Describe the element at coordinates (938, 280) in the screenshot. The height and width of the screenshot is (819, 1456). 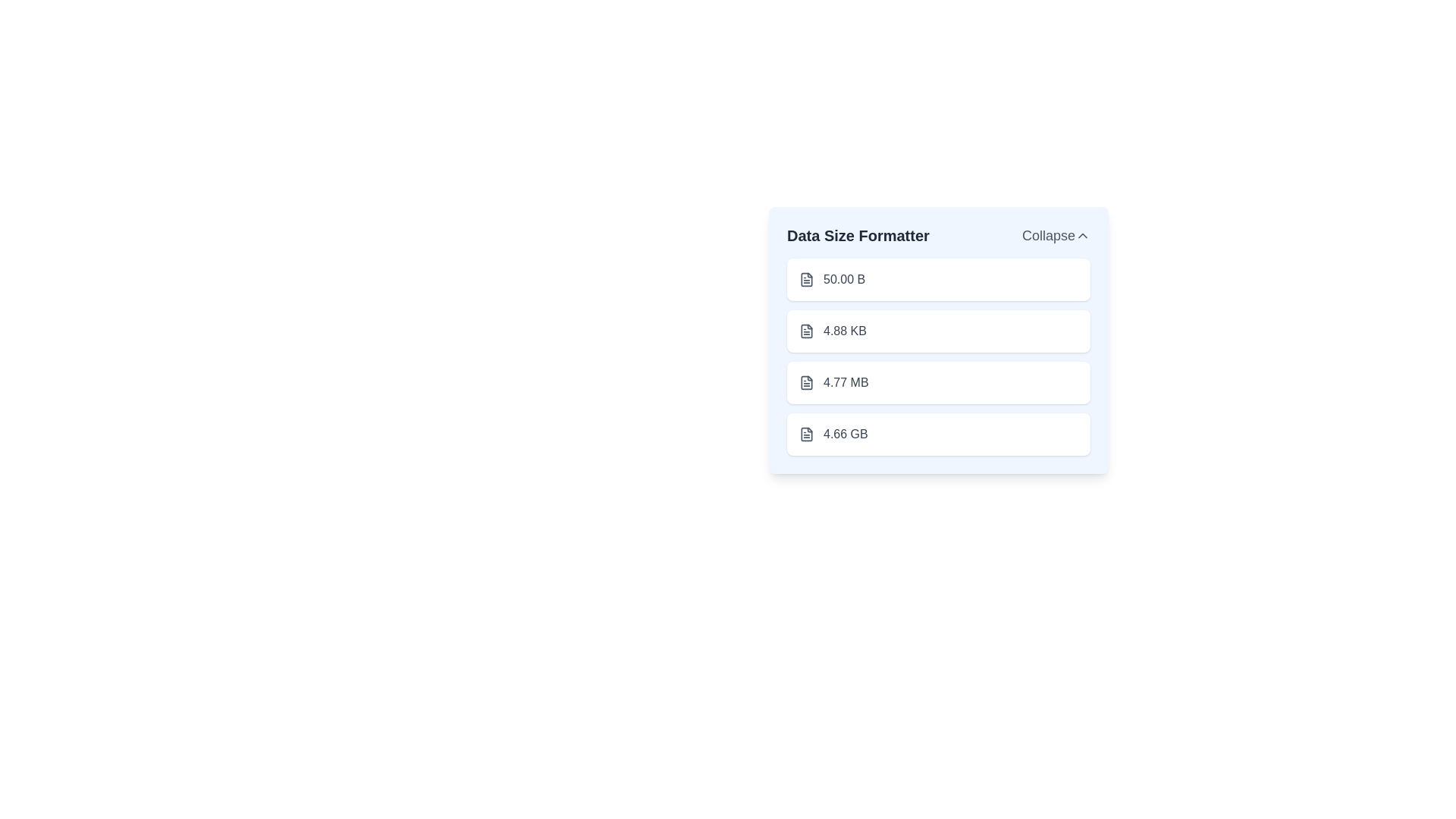
I see `the informational display item showing the data size '50.00 B' in the 'Data Size Formatter' section` at that location.